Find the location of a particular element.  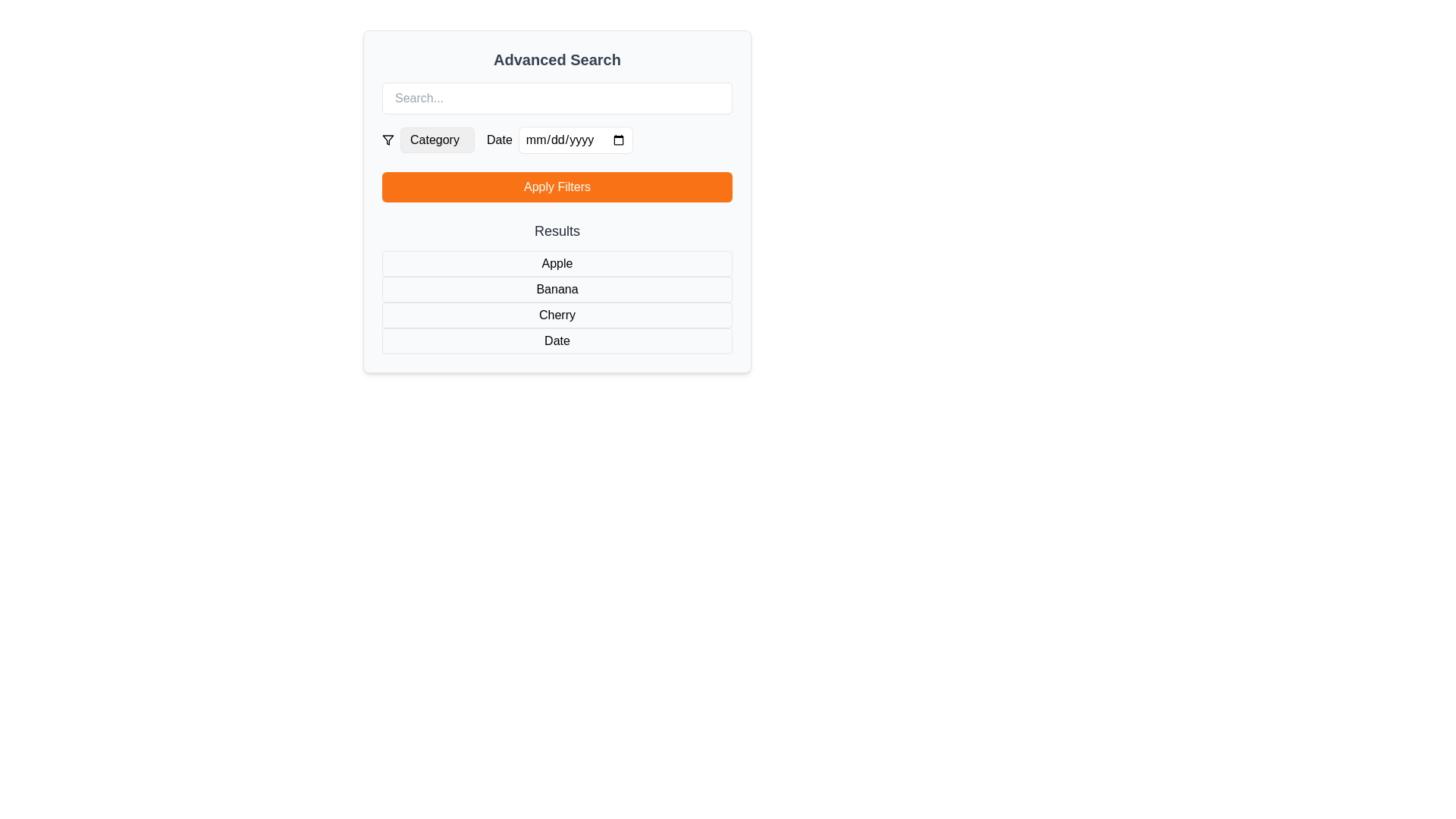

the clickable list item labeled 'Cherry' to trigger the hover effect is located at coordinates (556, 315).